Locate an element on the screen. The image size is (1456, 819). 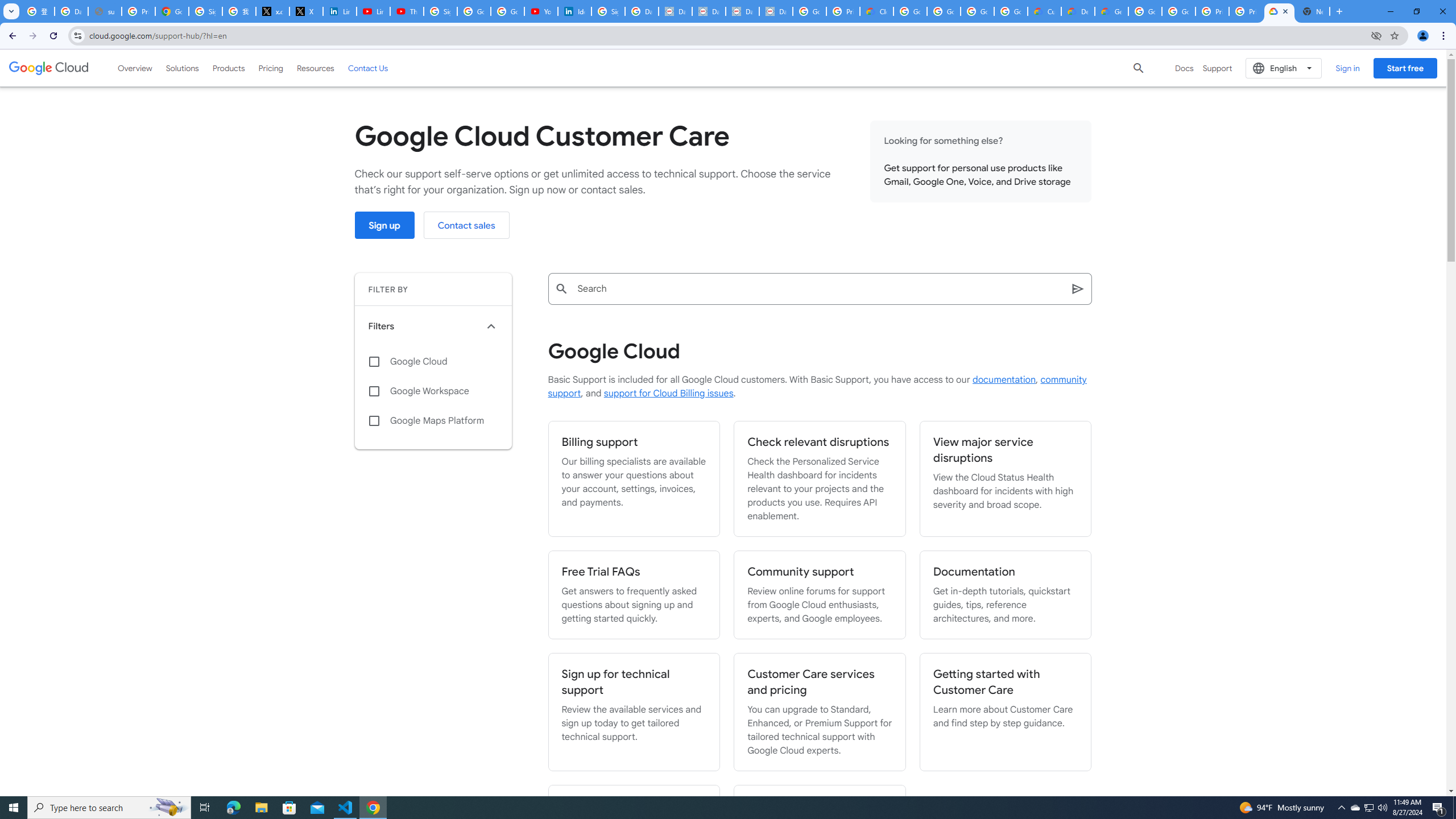
'Support' is located at coordinates (1217, 67).